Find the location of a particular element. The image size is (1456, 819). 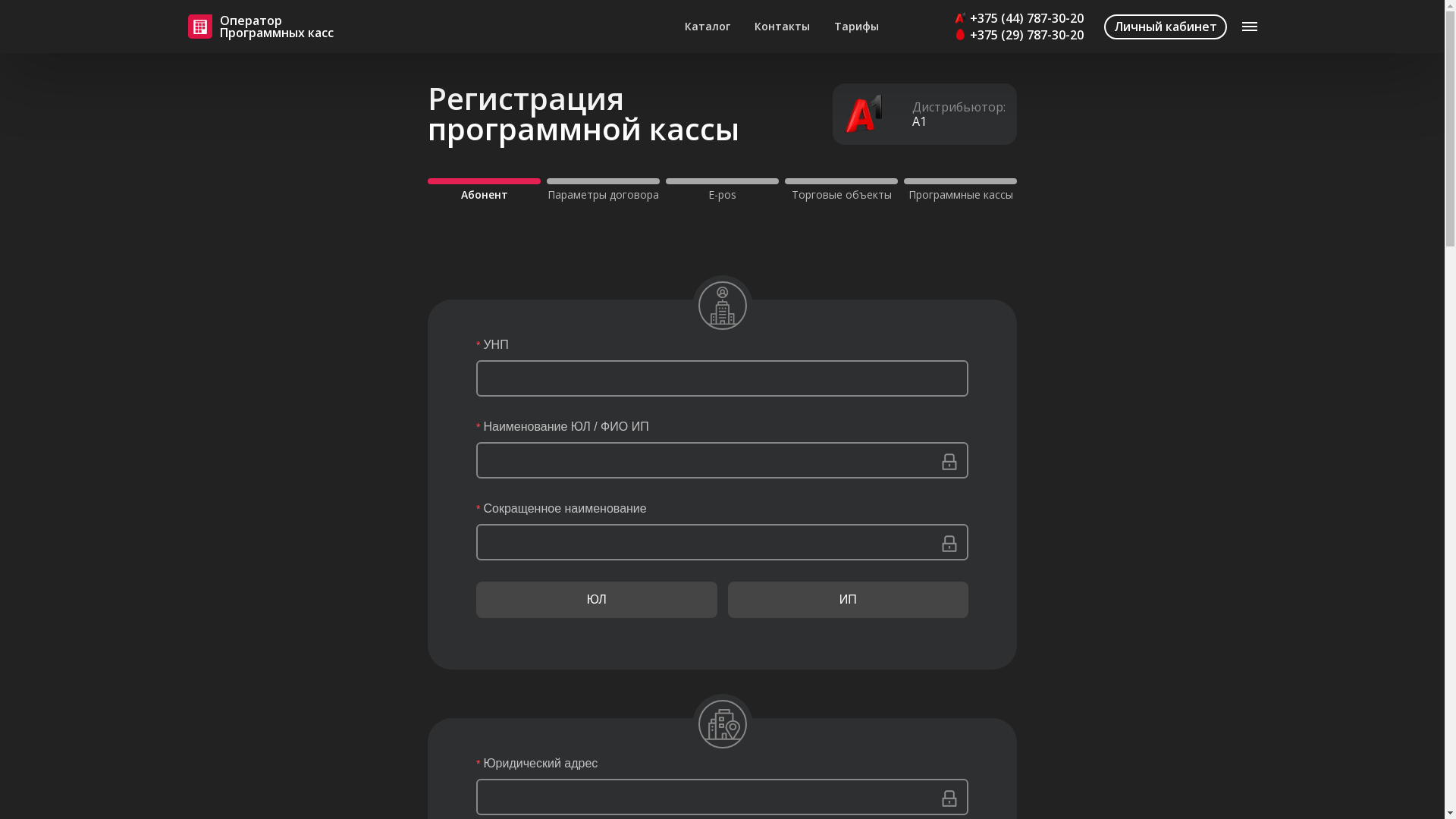

'+375 (44) 787-30-20' is located at coordinates (1018, 17).